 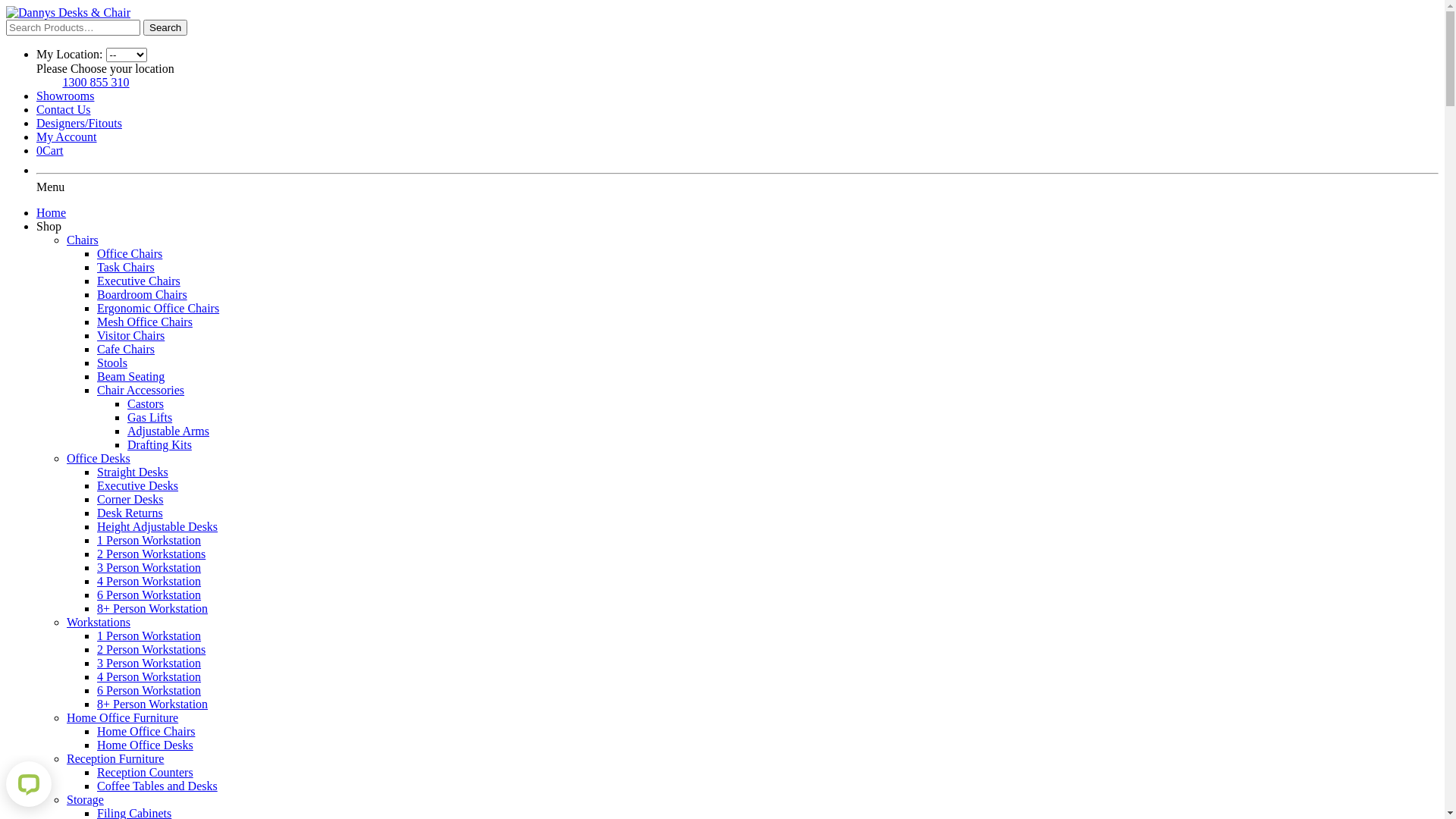 What do you see at coordinates (152, 704) in the screenshot?
I see `'8+ Person Workstation'` at bounding box center [152, 704].